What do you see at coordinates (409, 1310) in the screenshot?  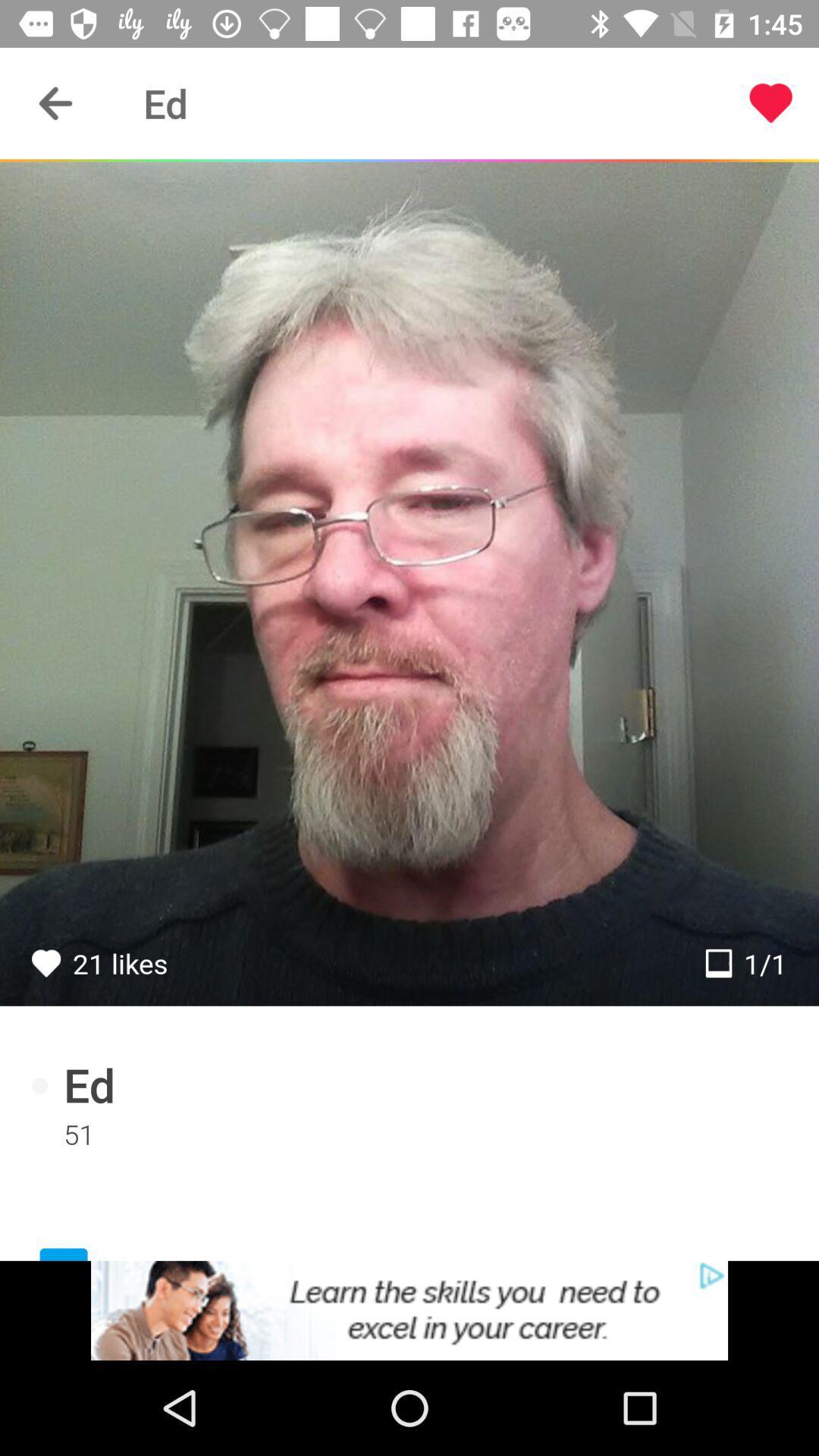 I see `advertisement` at bounding box center [409, 1310].